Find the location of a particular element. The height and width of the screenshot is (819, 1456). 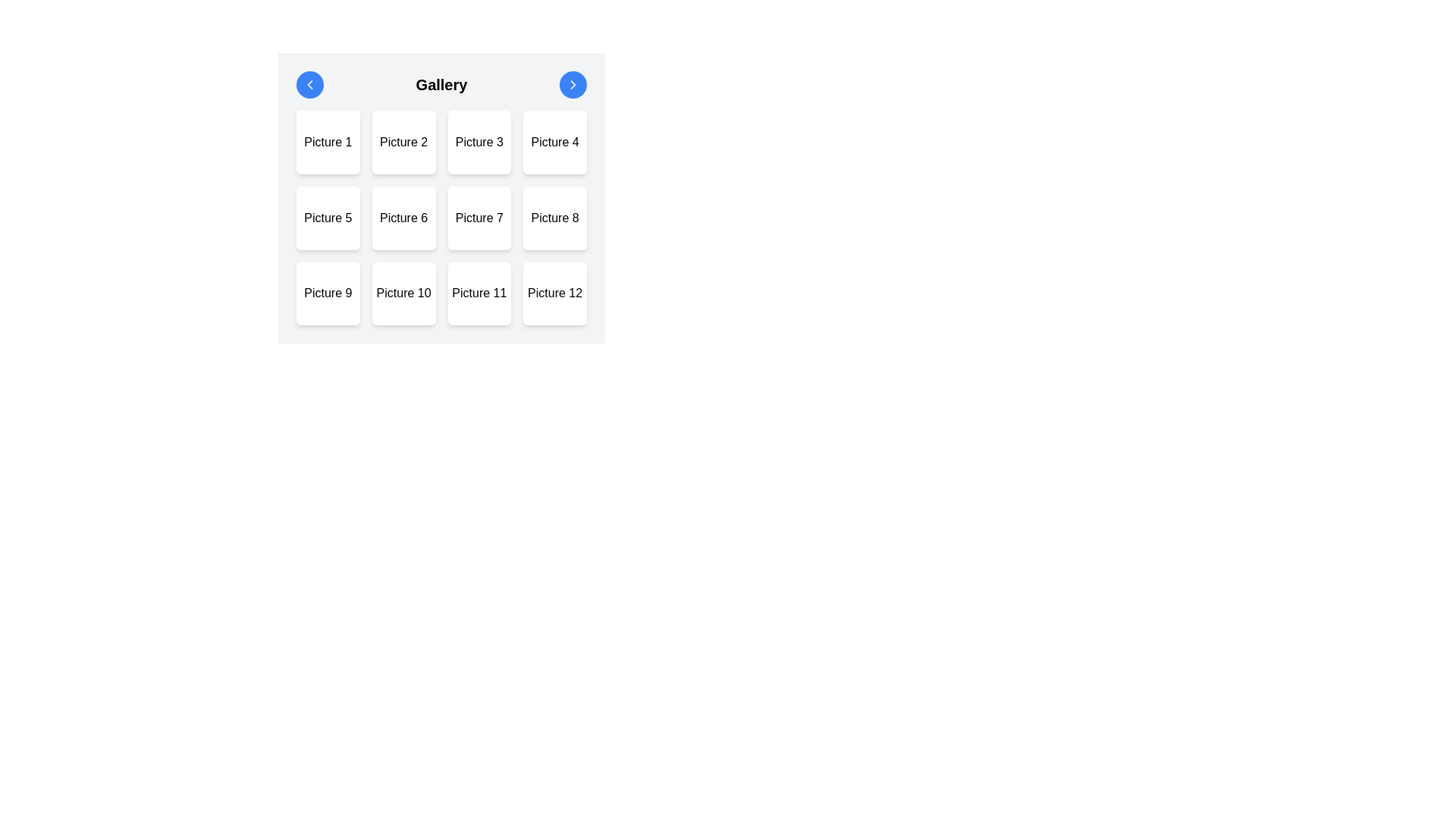

the third item in the second row of a 4x3 grid layout is located at coordinates (479, 218).